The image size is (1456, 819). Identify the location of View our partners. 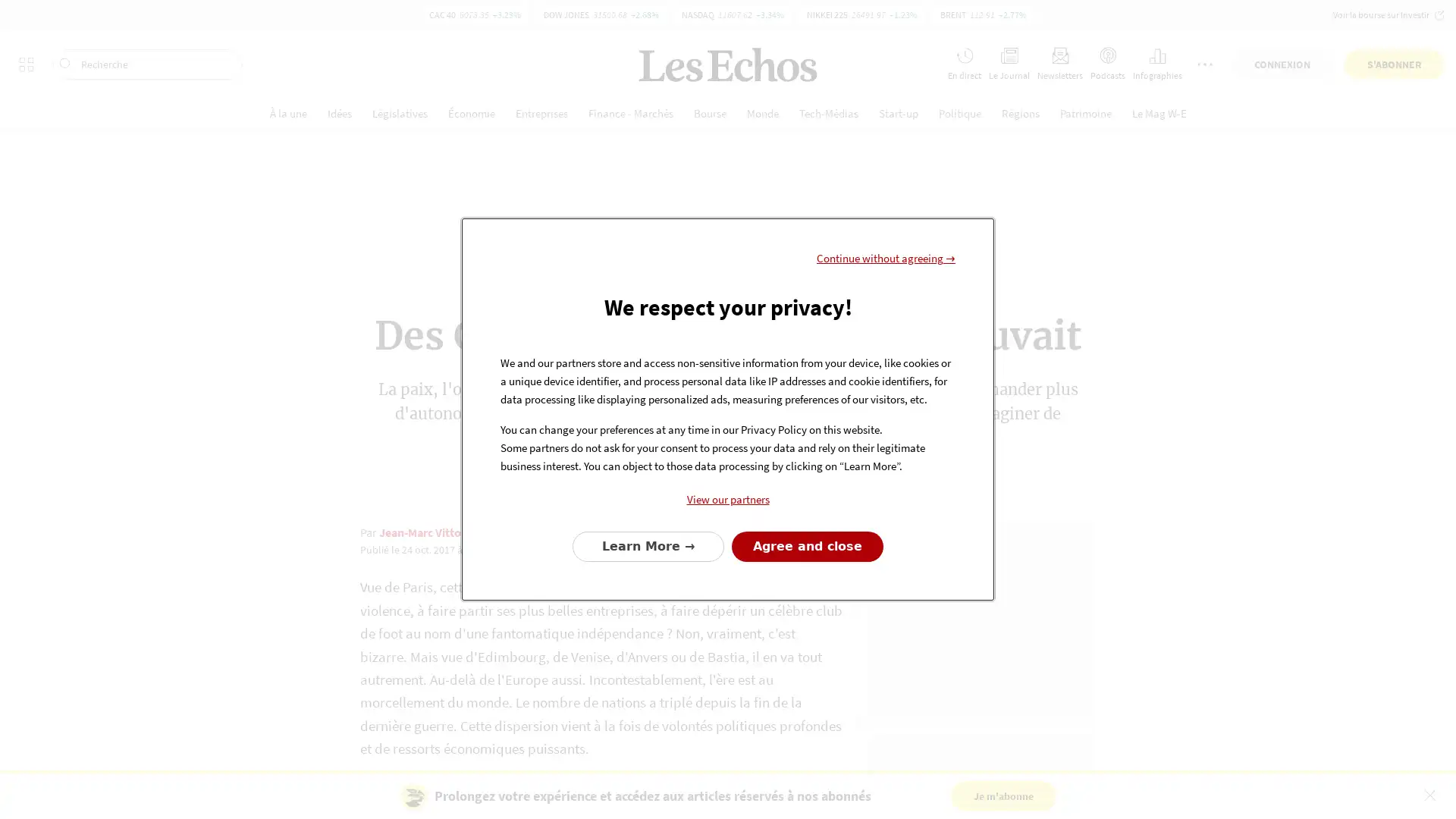
(728, 499).